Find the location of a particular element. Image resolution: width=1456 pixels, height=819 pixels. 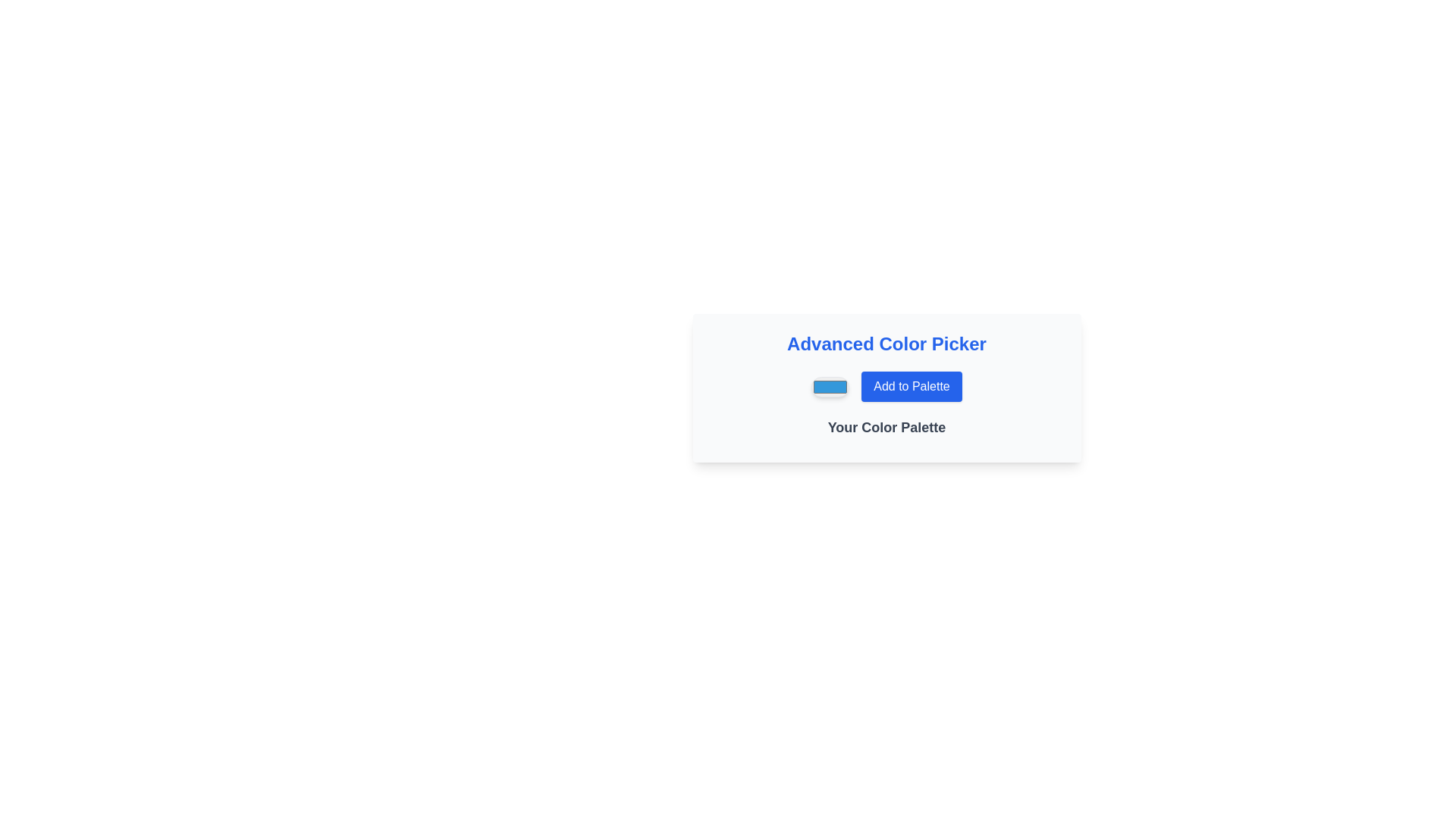

the Click button group for additional interaction effects, which is located below the 'Advanced Color Picker' heading and above 'Your Color Palette' is located at coordinates (886, 385).